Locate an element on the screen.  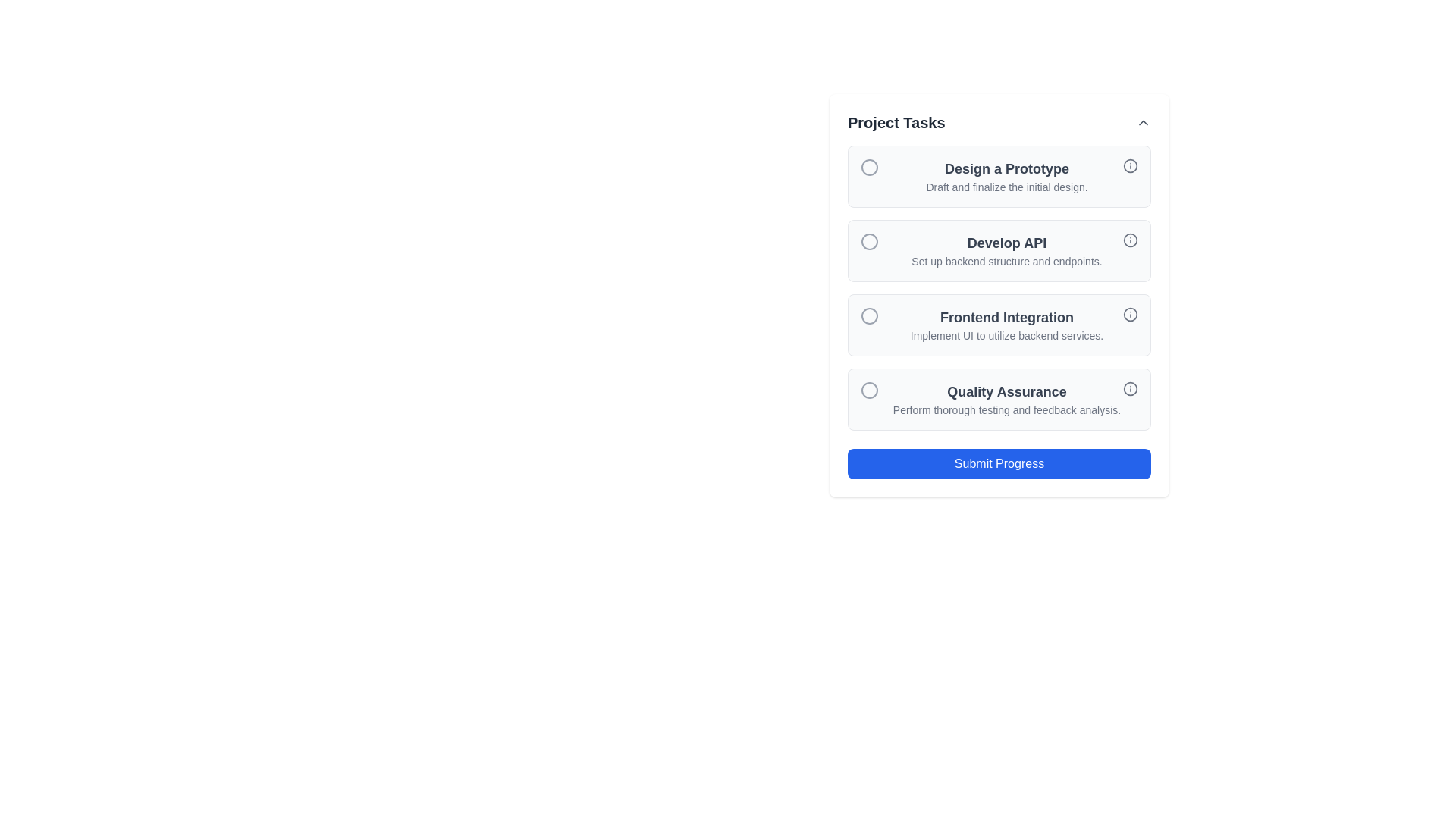
the task item titled 'Design a Prototype' is located at coordinates (999, 175).